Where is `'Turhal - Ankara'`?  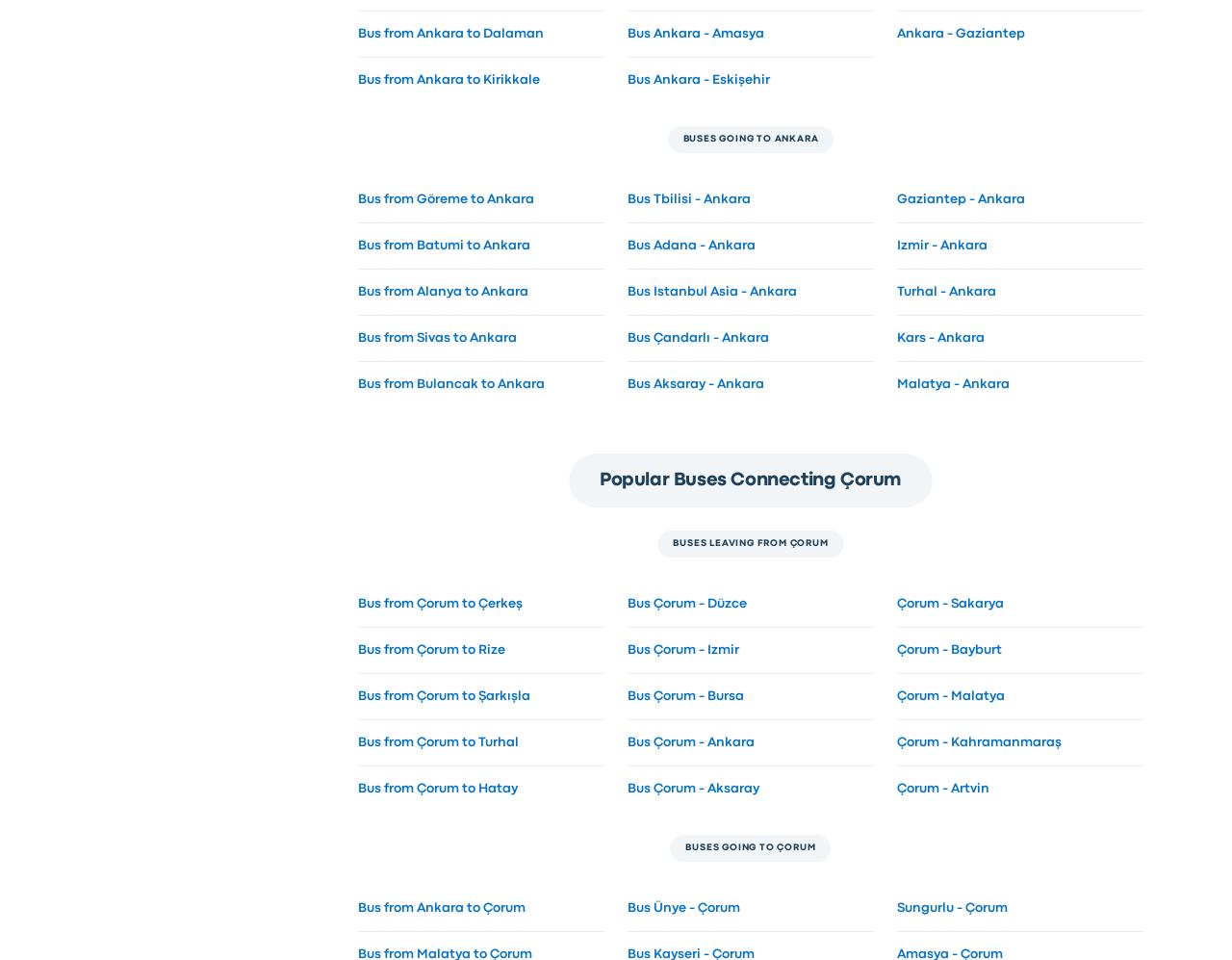 'Turhal - Ankara' is located at coordinates (945, 290).